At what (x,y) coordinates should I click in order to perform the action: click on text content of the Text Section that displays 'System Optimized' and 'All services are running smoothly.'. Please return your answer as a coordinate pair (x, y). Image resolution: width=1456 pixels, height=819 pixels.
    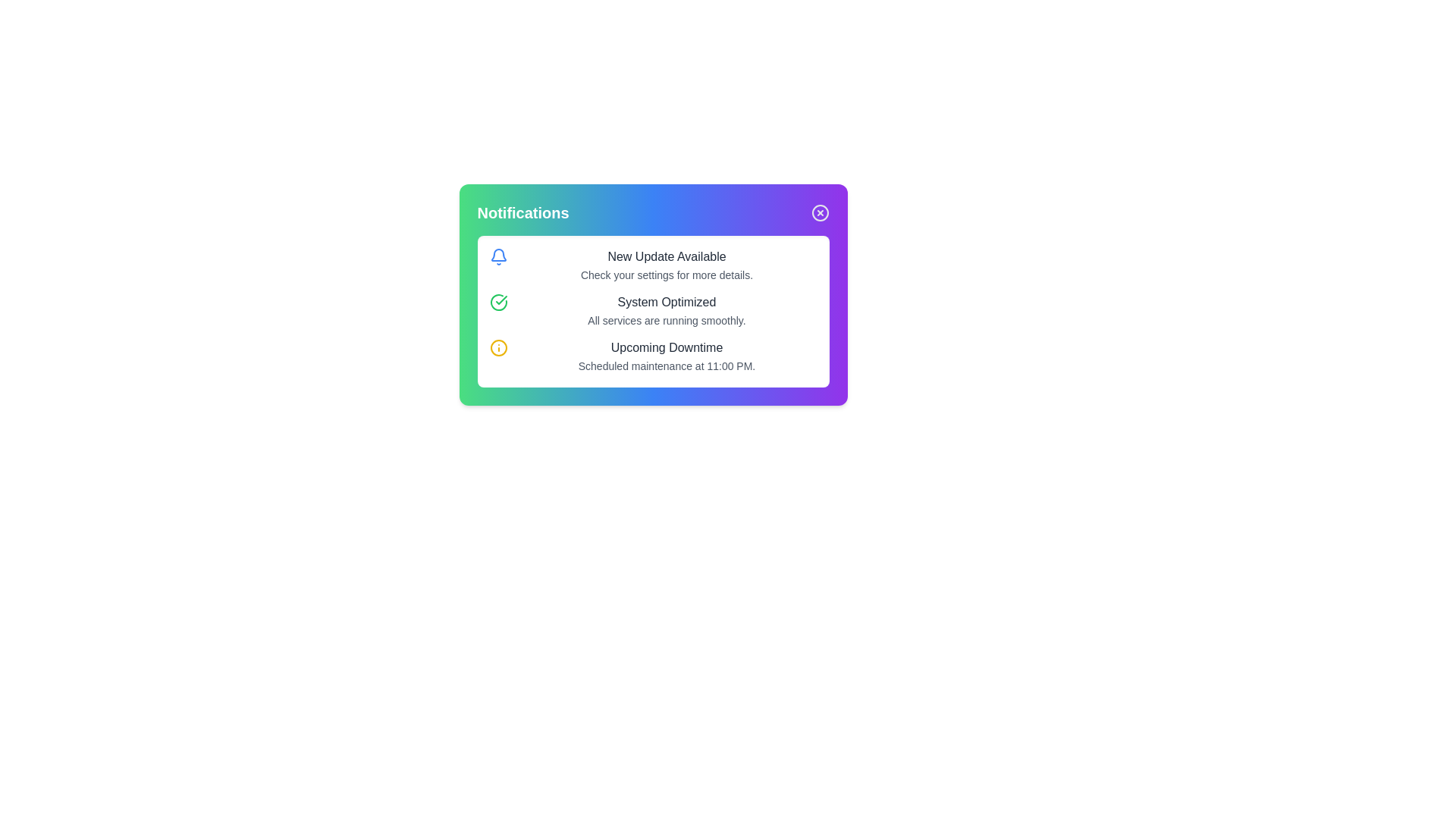
    Looking at the image, I should click on (667, 311).